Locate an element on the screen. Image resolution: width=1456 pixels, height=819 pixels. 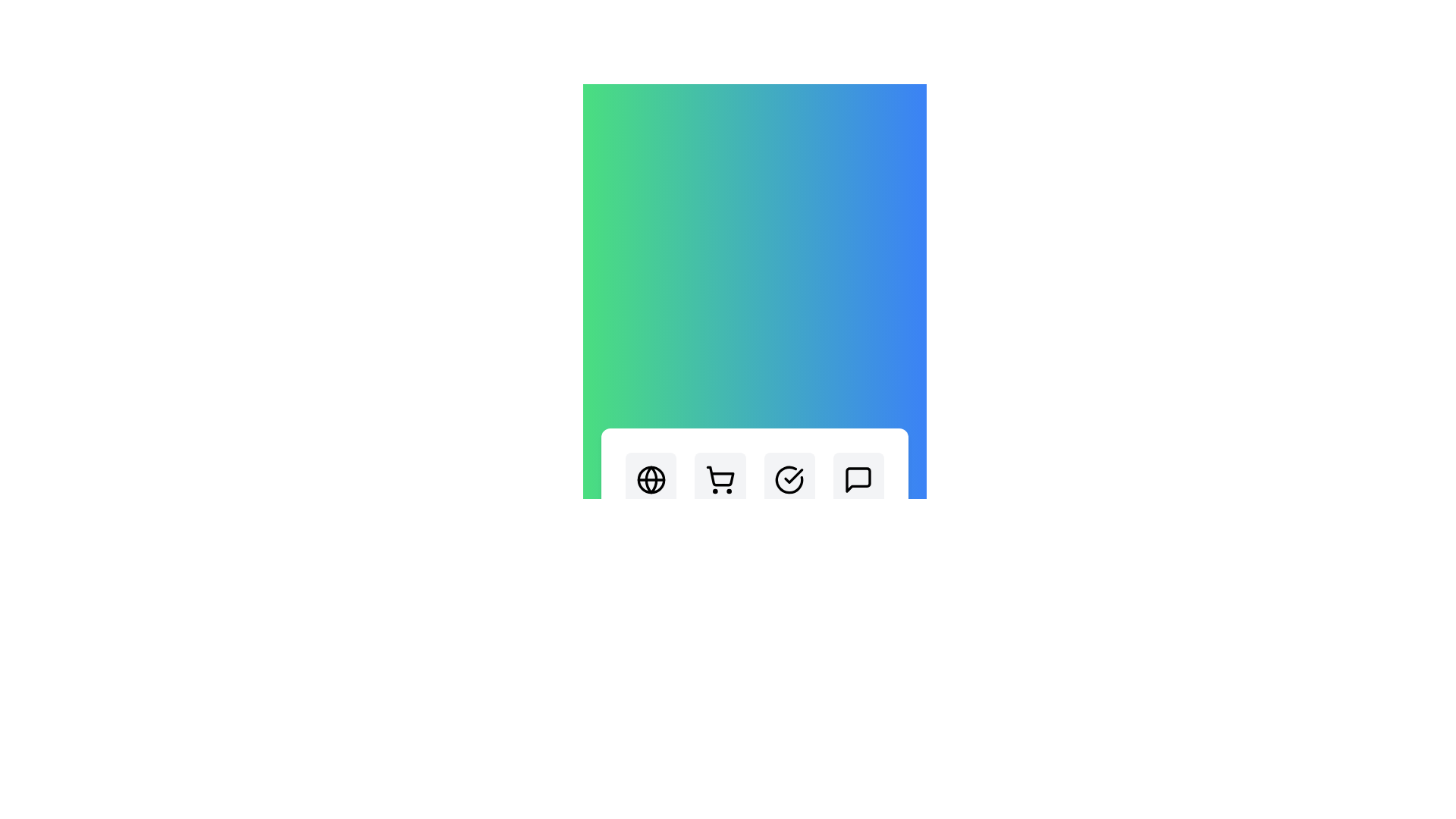
the globe icon with a minimalistic black stroke in the navigation menu is located at coordinates (651, 479).